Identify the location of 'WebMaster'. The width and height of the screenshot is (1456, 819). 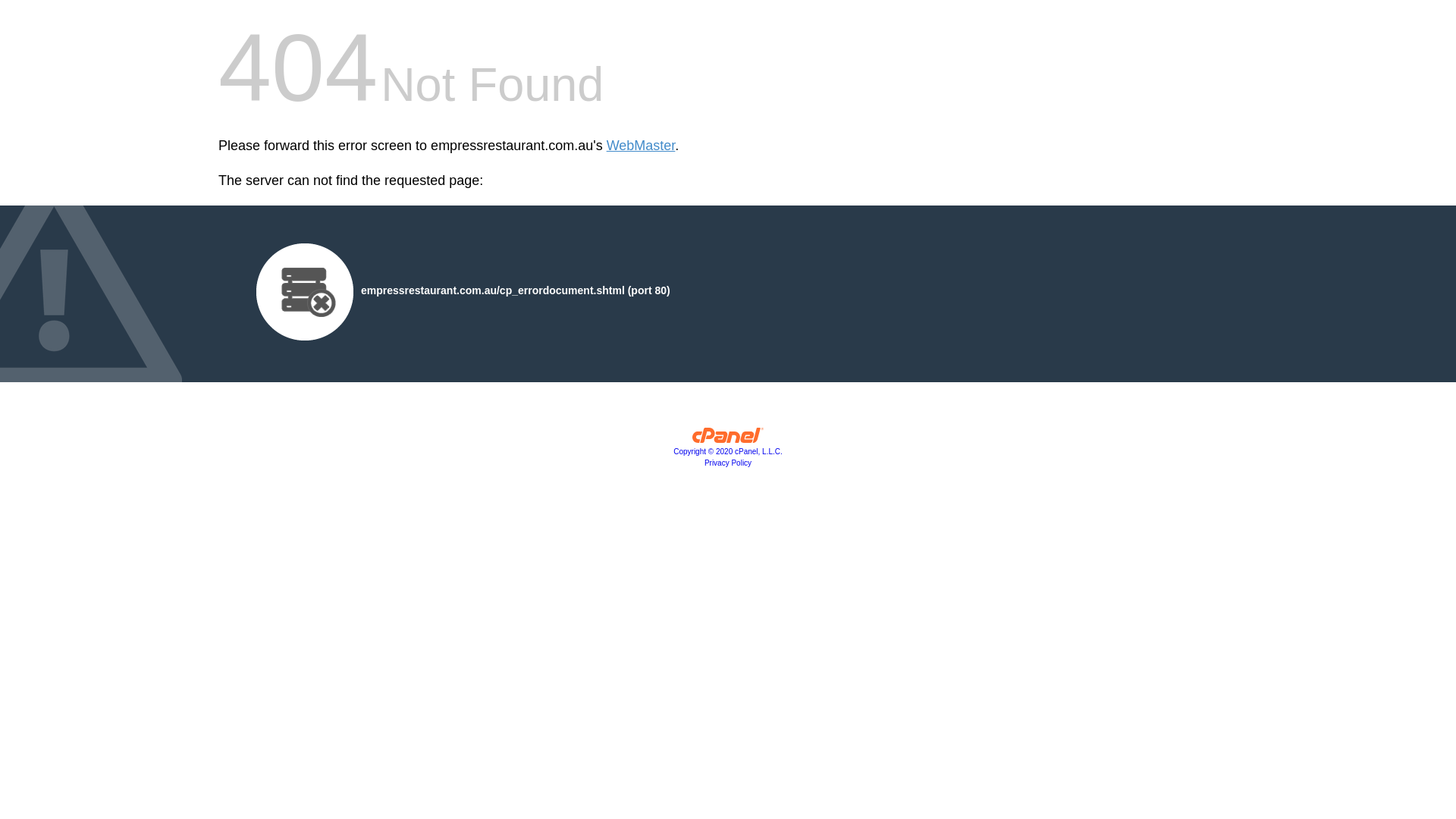
(641, 146).